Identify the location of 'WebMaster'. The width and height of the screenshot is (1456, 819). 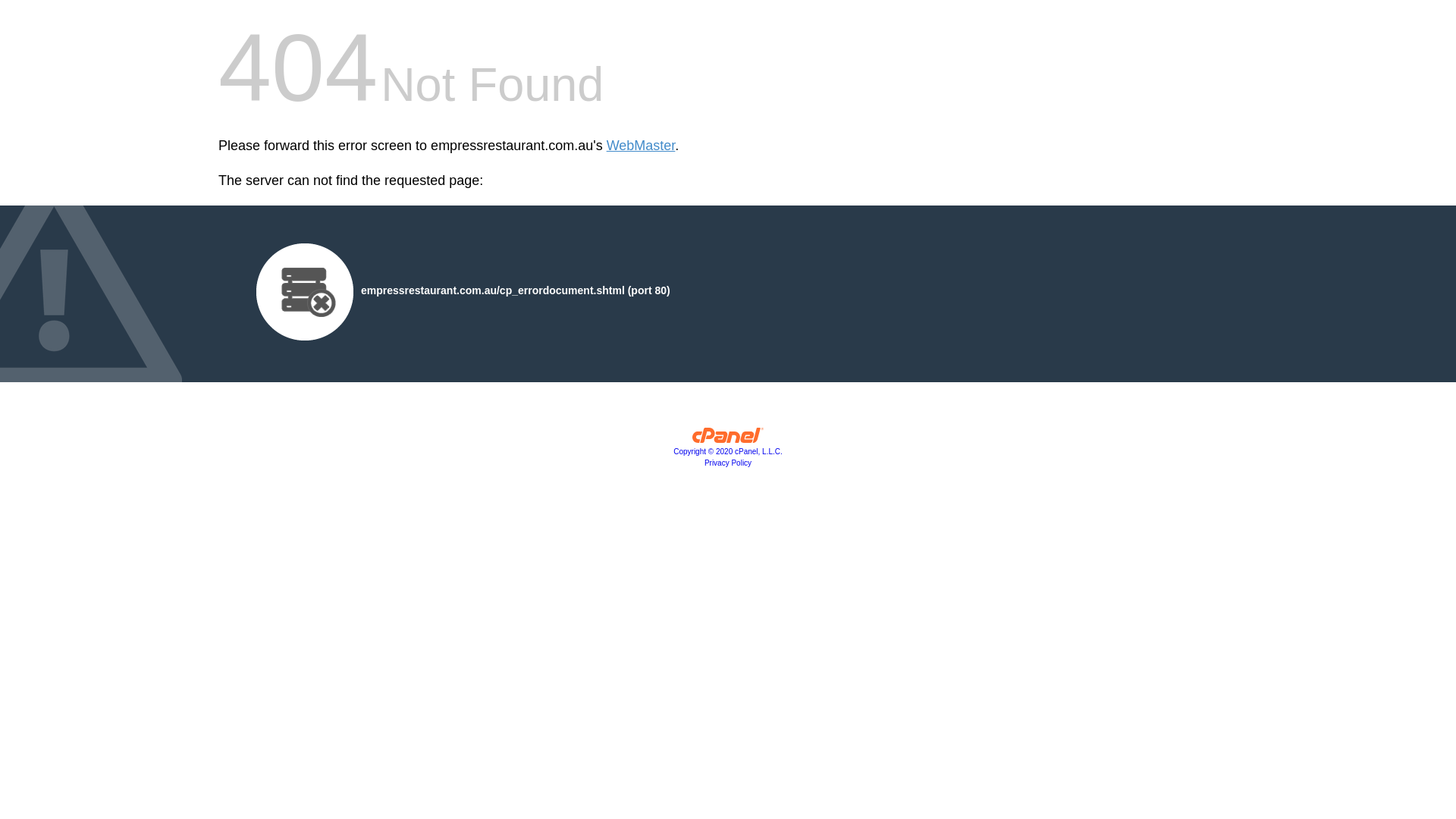
(641, 146).